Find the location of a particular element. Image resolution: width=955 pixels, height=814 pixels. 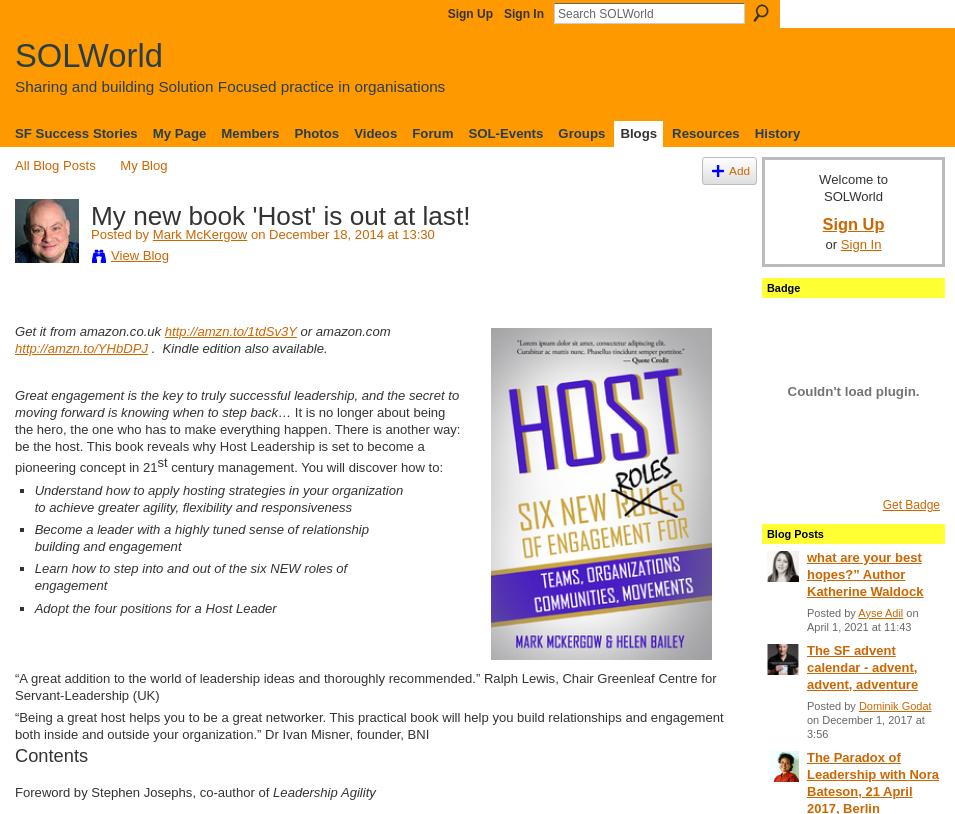

'on December 1, 2017 at 3:56' is located at coordinates (865, 726).